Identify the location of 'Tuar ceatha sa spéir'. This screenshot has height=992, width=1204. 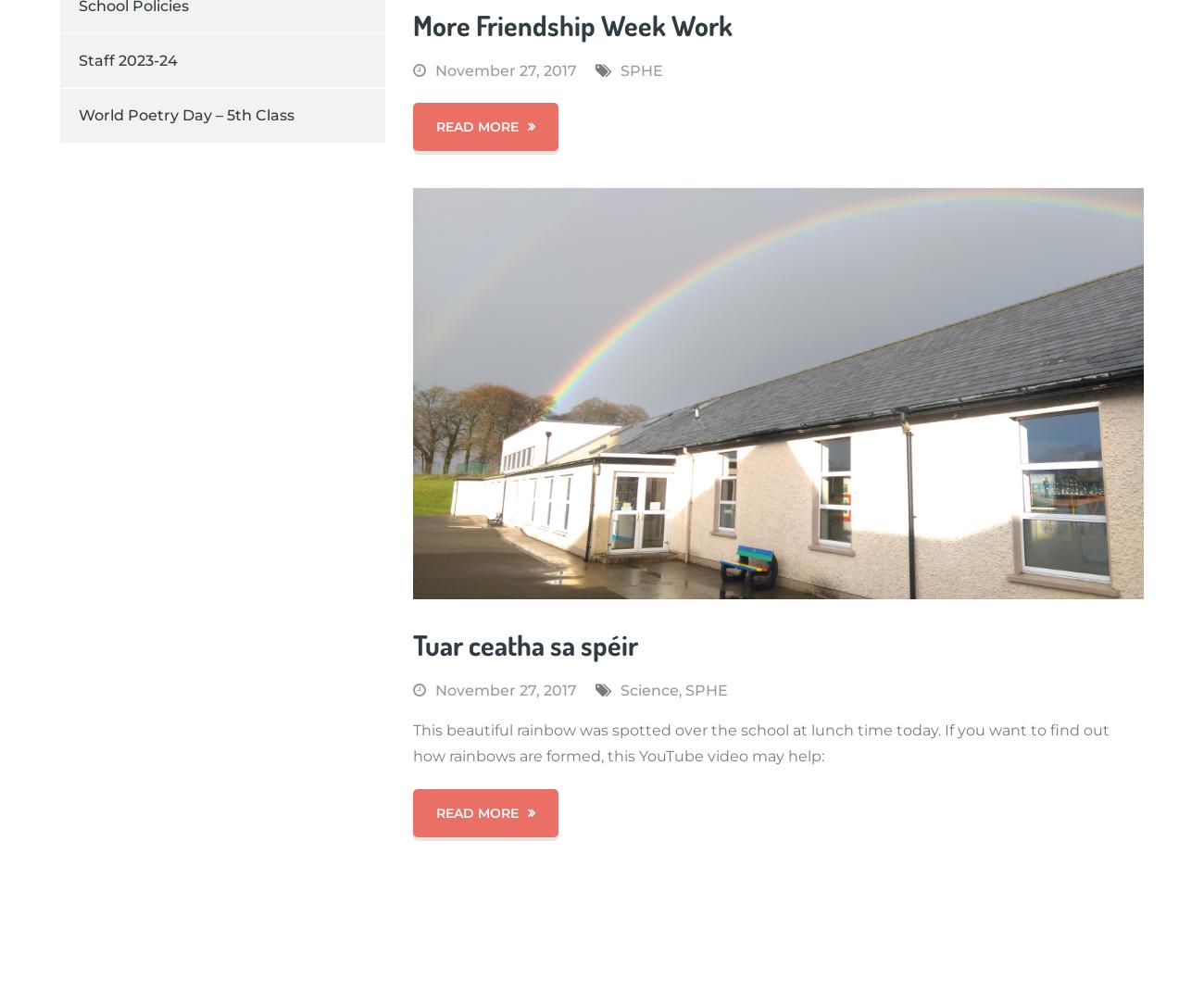
(524, 643).